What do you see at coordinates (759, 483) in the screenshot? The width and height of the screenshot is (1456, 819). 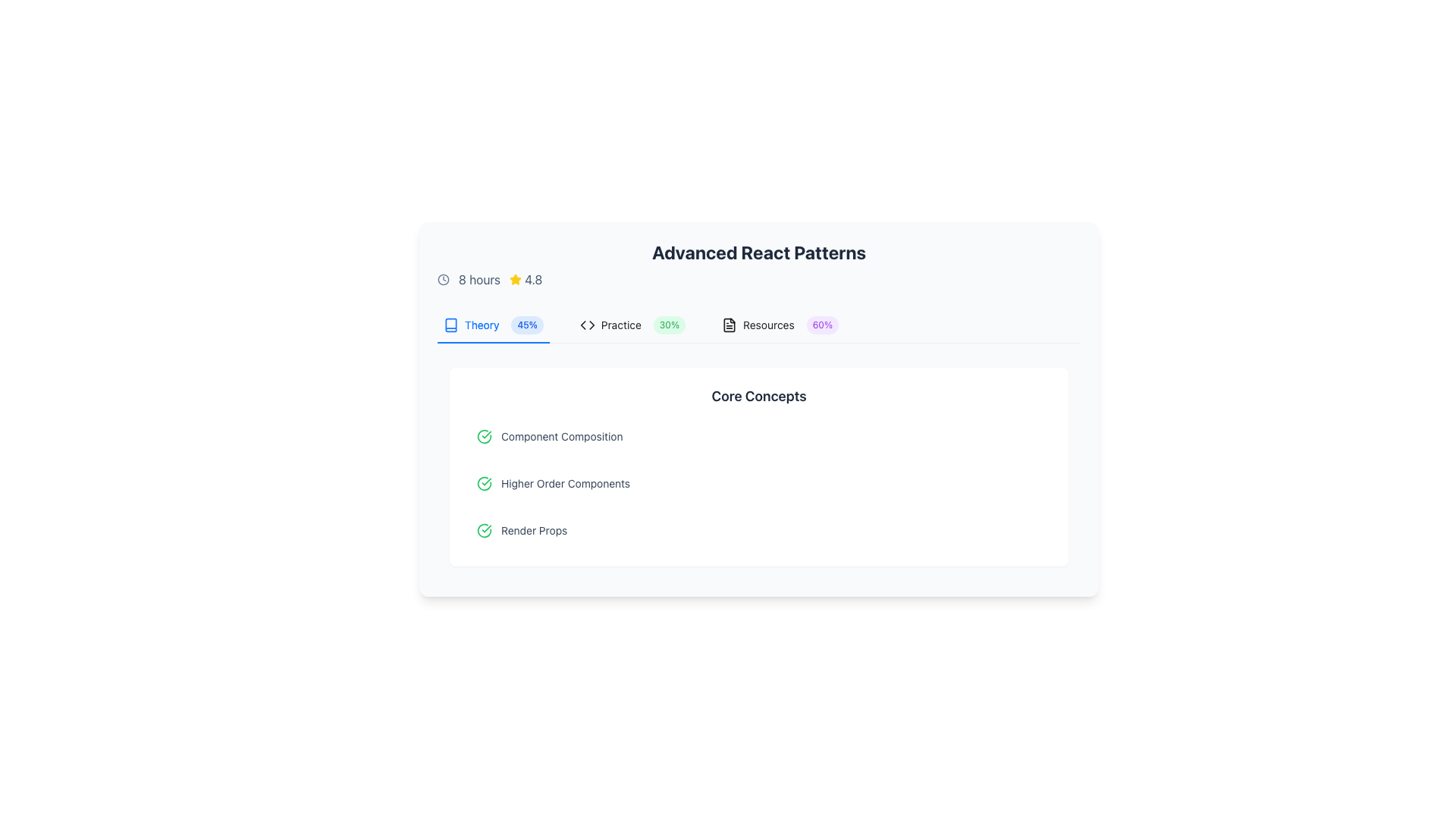 I see `the second list item indicating 'Higher Order Components' within the 'Core Concepts' section of the React development learning interface` at bounding box center [759, 483].